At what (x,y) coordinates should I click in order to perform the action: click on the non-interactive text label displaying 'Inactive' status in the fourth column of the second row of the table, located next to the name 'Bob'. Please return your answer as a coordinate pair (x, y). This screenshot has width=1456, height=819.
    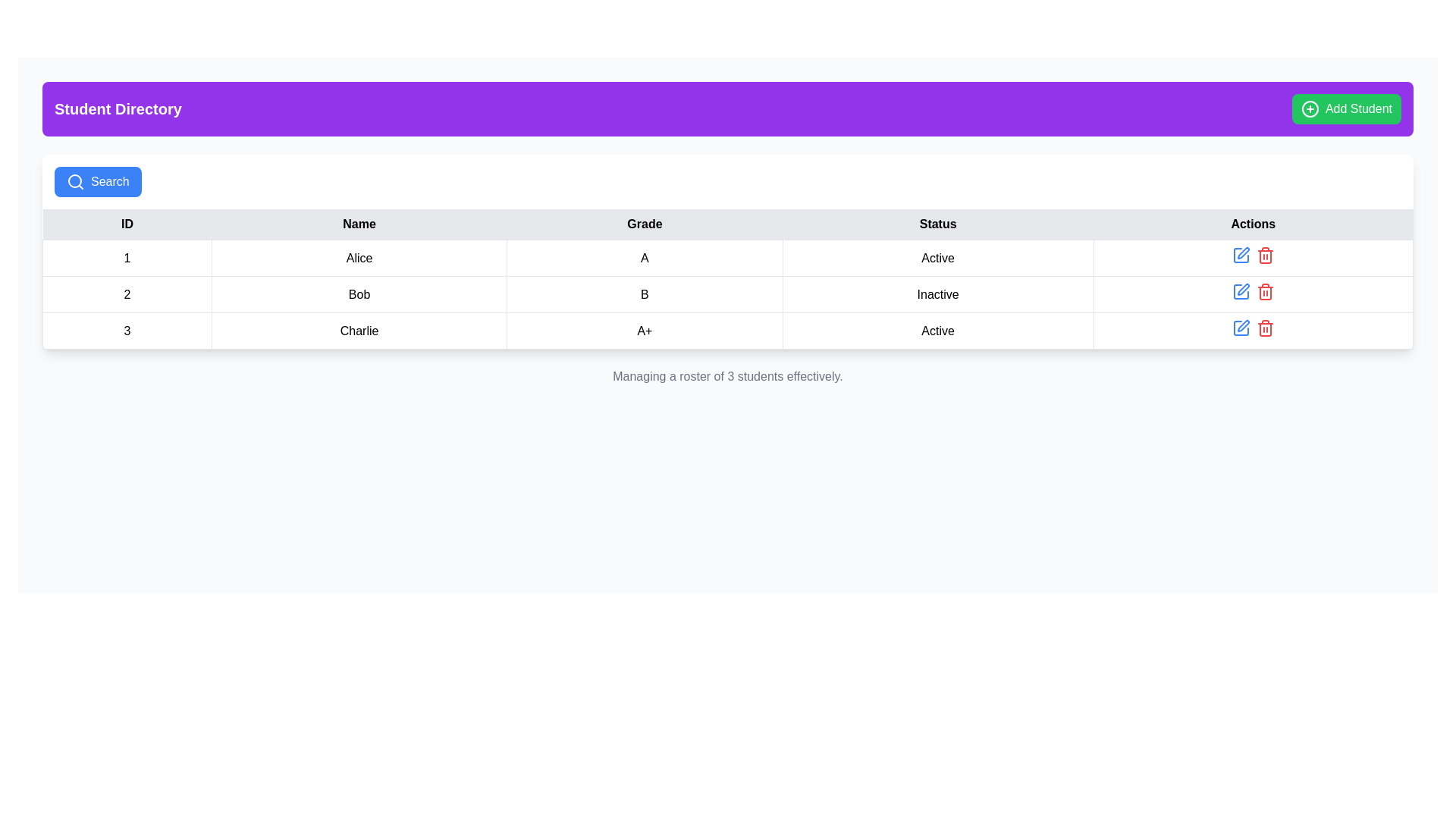
    Looking at the image, I should click on (937, 294).